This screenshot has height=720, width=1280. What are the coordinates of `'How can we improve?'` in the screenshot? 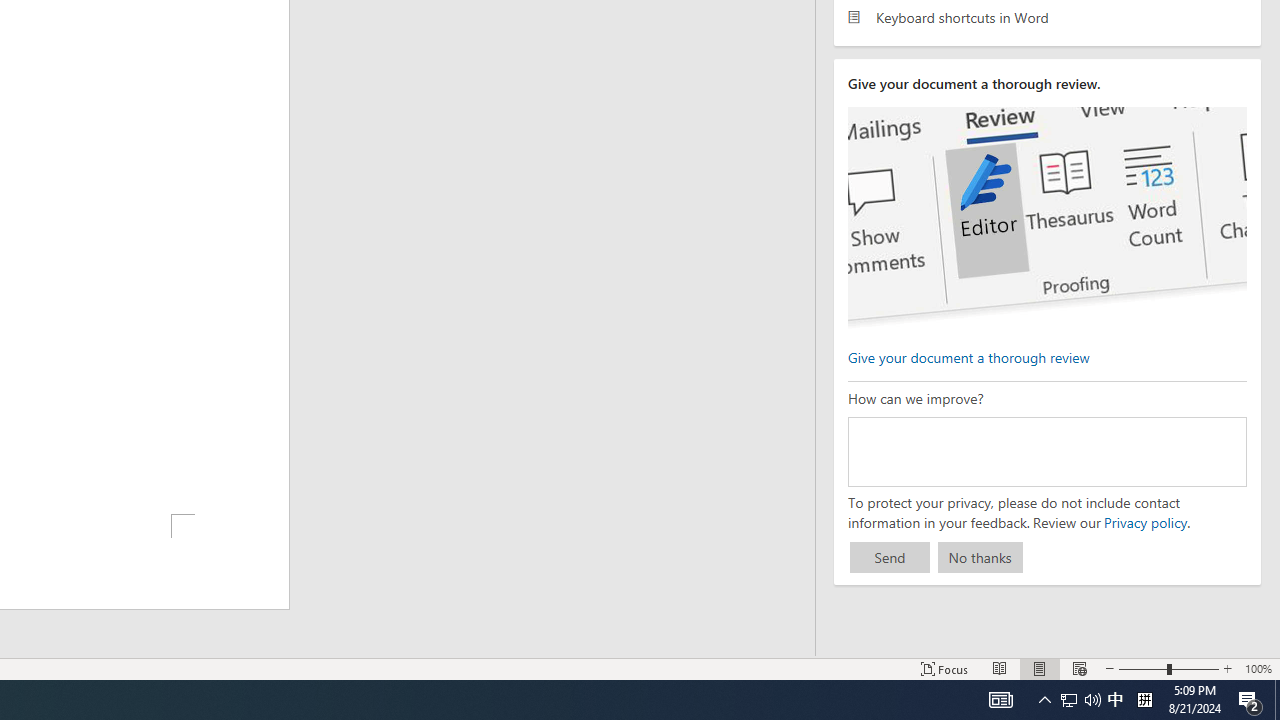 It's located at (1046, 451).